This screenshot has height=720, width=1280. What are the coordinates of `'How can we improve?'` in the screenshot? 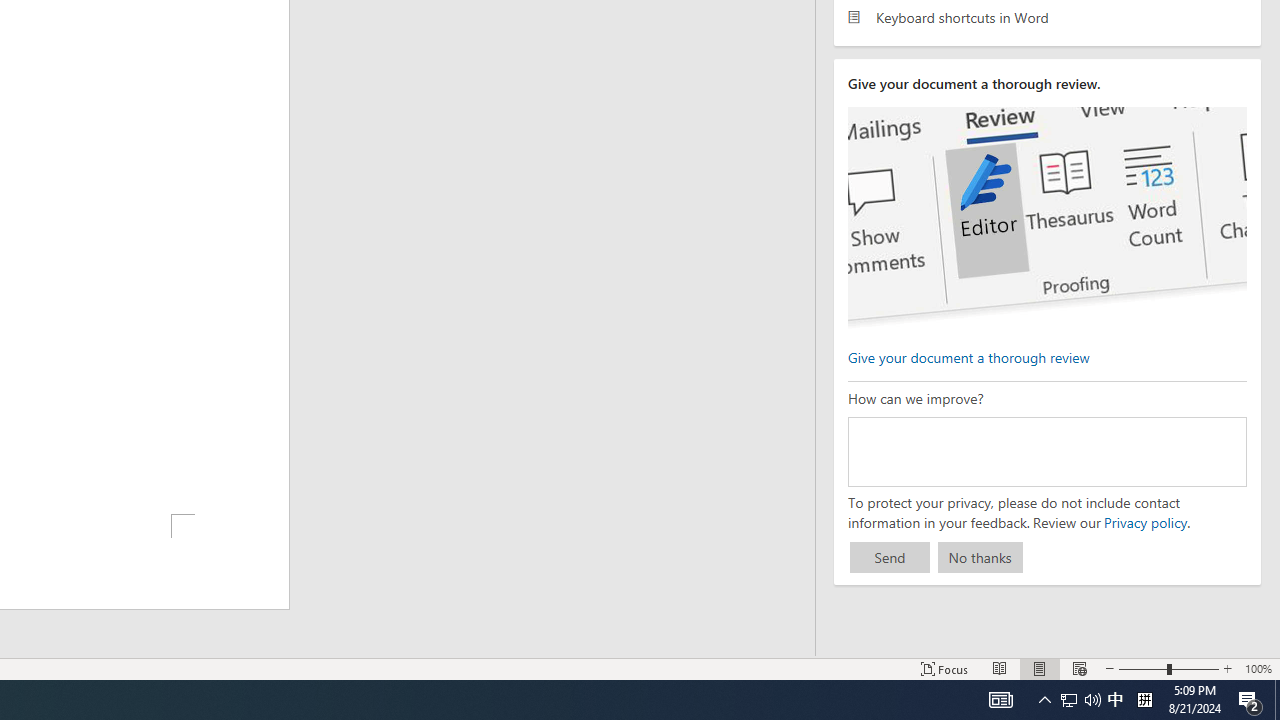 It's located at (1046, 451).